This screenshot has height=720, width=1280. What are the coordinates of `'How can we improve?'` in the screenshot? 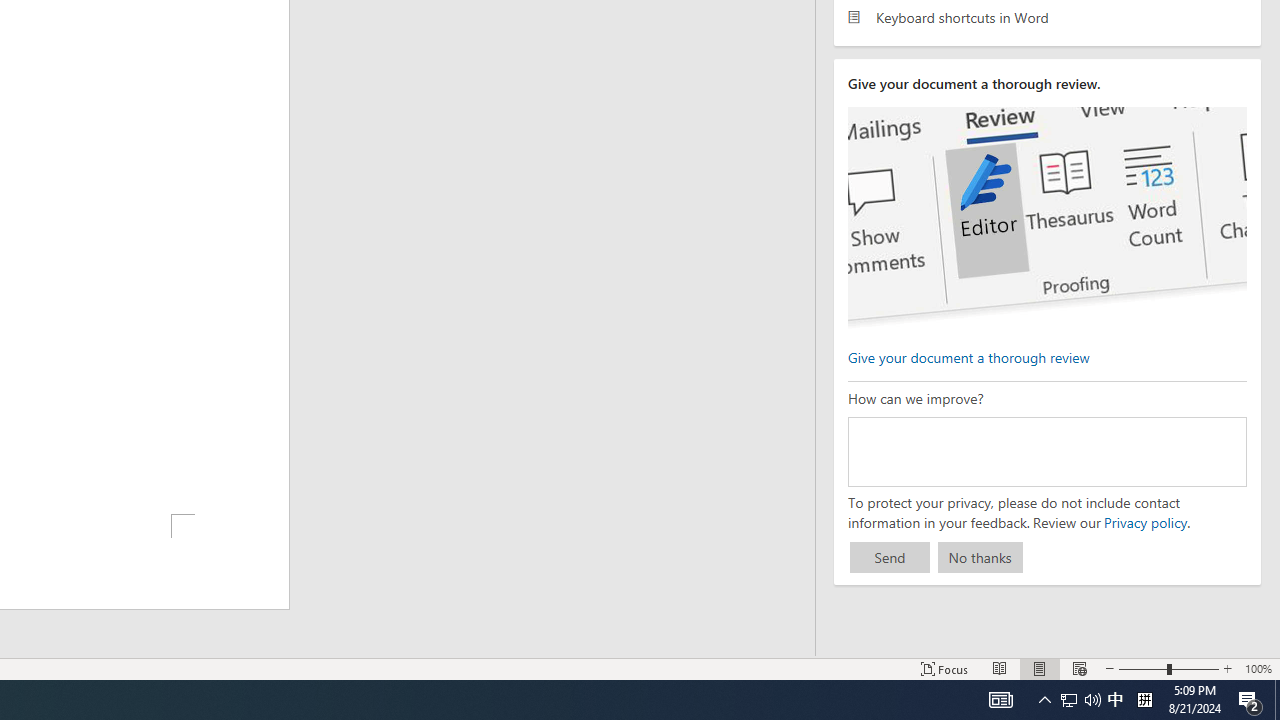 It's located at (1046, 451).